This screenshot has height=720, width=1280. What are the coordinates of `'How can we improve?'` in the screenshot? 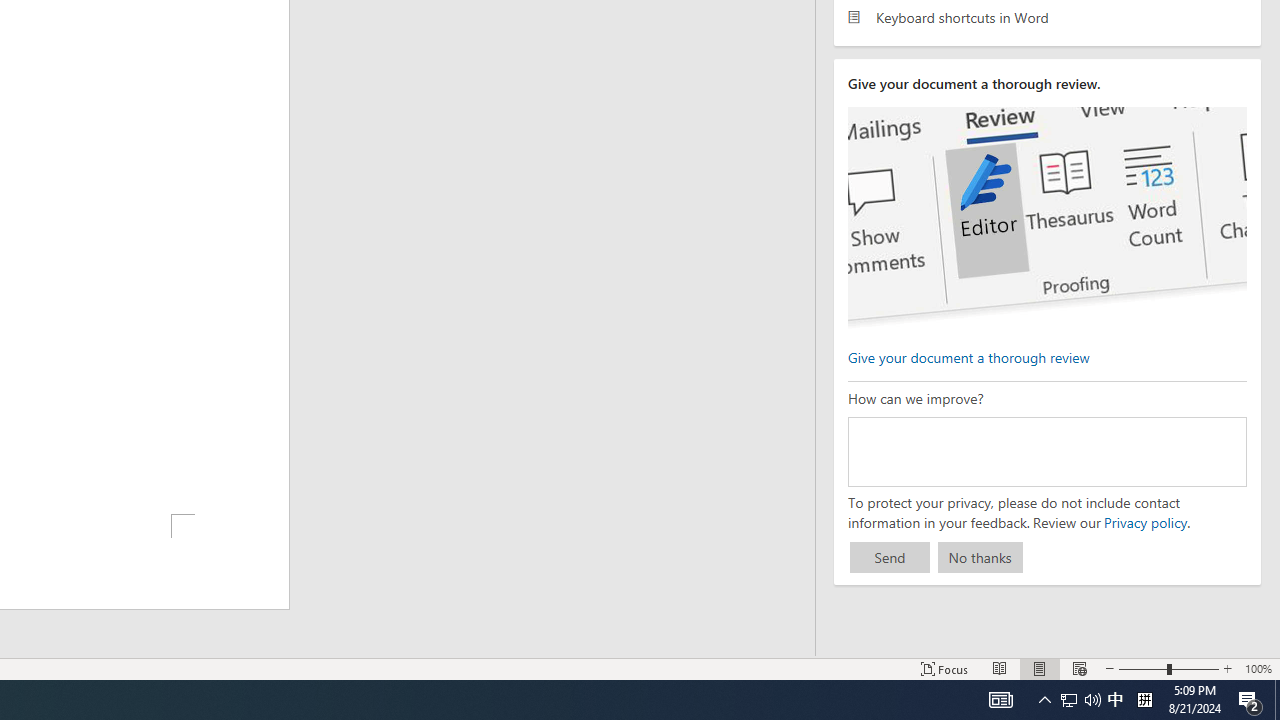 It's located at (1046, 451).